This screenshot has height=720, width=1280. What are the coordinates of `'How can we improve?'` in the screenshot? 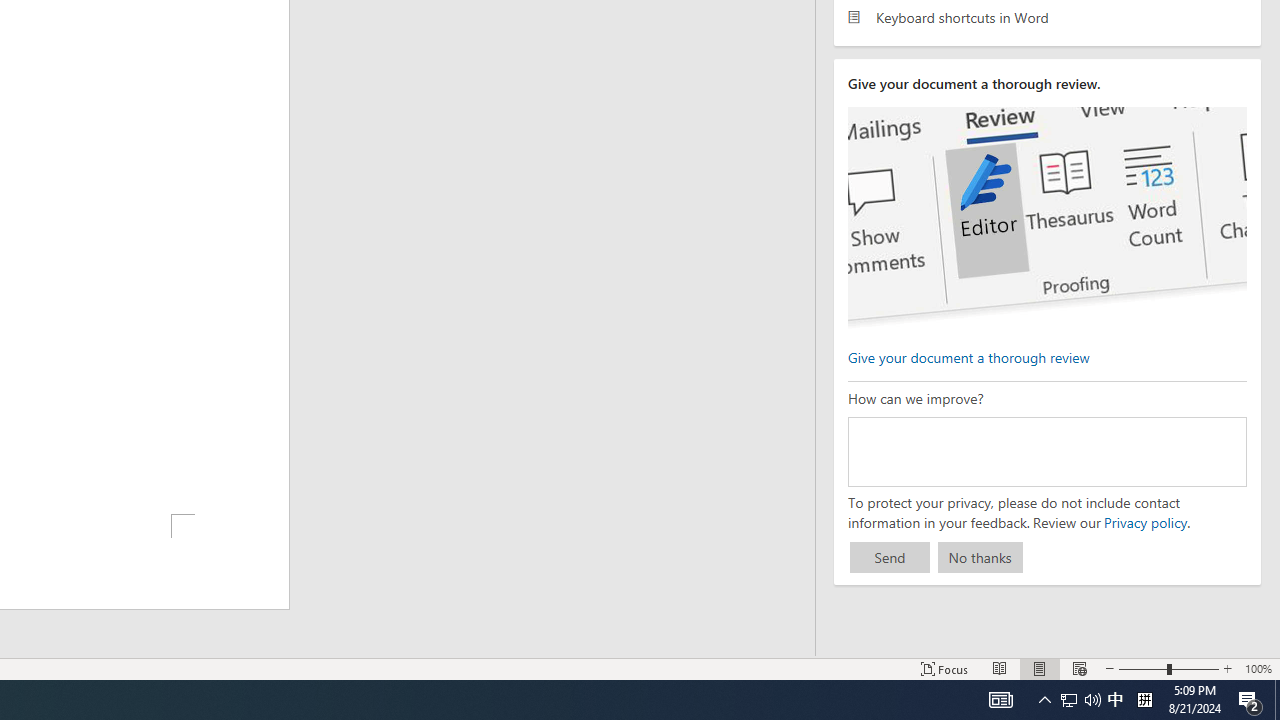 It's located at (1046, 451).